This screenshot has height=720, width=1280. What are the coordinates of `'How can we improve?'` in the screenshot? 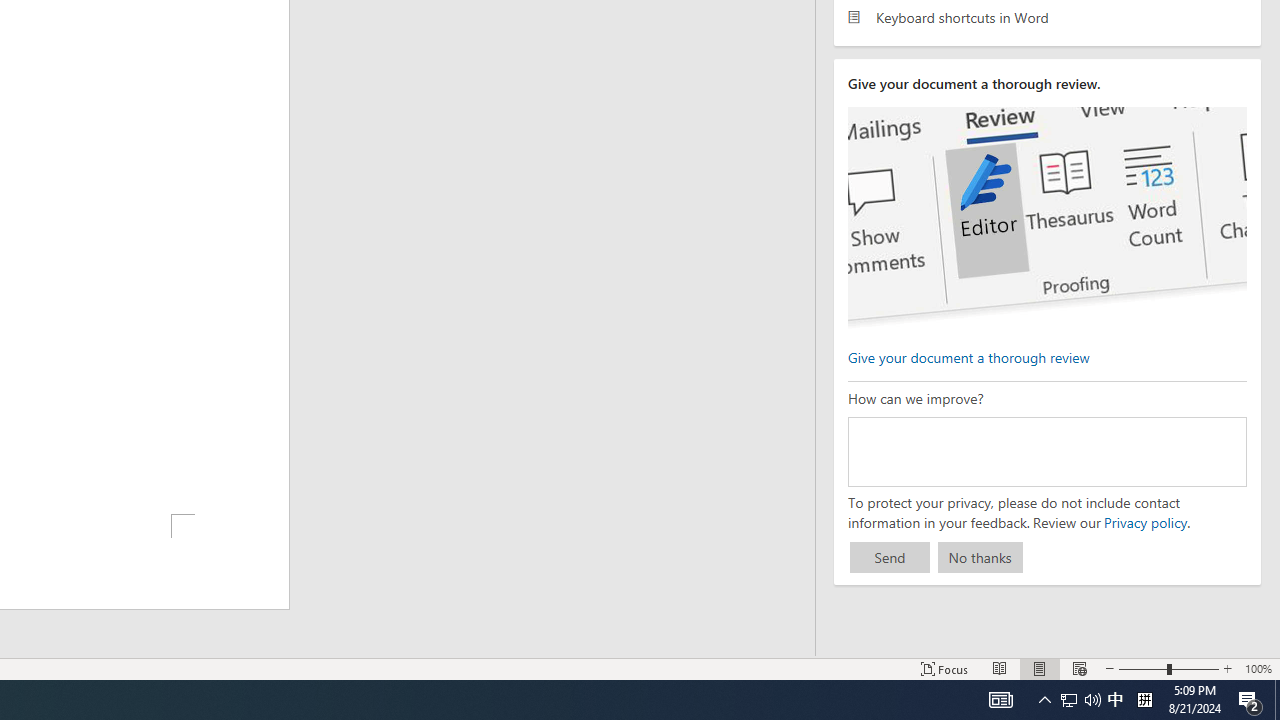 It's located at (1046, 451).